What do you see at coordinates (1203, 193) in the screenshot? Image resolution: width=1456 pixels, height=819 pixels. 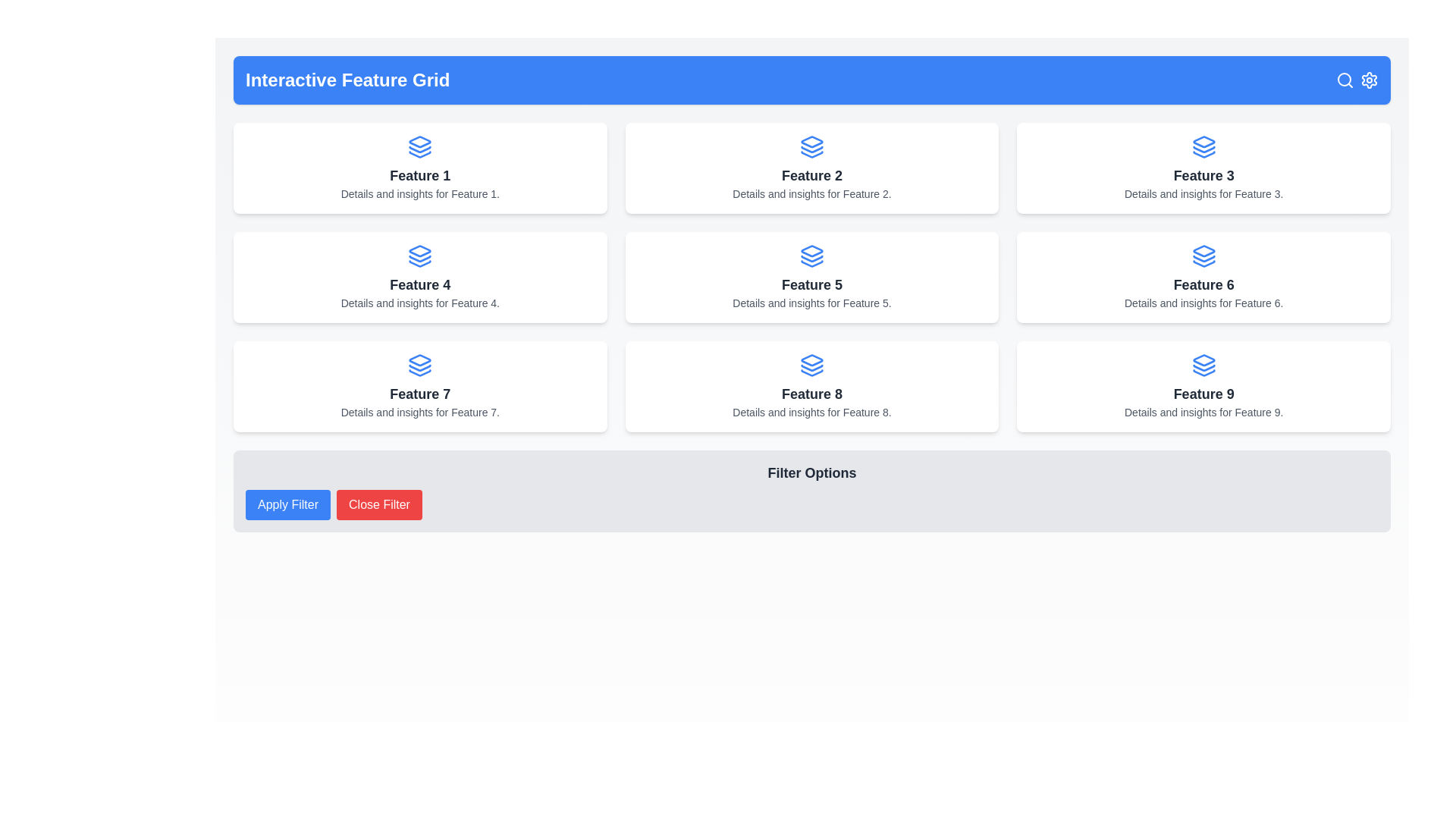 I see `the text label that provides additional explanatory text about 'Feature 3', located in the upper right corner of the third card in a three-column grid layout` at bounding box center [1203, 193].